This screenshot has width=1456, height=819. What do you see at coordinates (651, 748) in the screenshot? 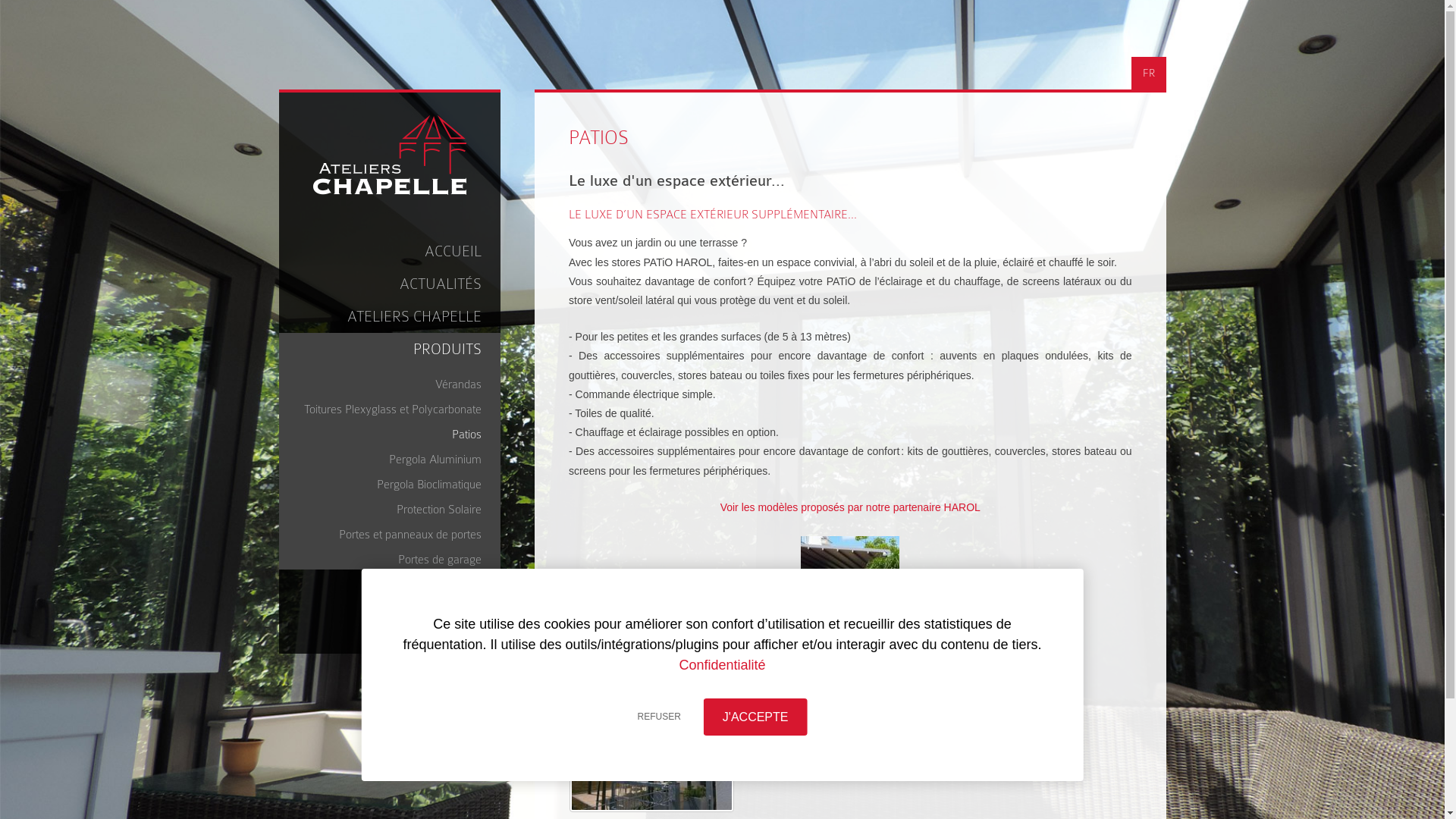
I see `'patio - Patios - Produits'` at bounding box center [651, 748].